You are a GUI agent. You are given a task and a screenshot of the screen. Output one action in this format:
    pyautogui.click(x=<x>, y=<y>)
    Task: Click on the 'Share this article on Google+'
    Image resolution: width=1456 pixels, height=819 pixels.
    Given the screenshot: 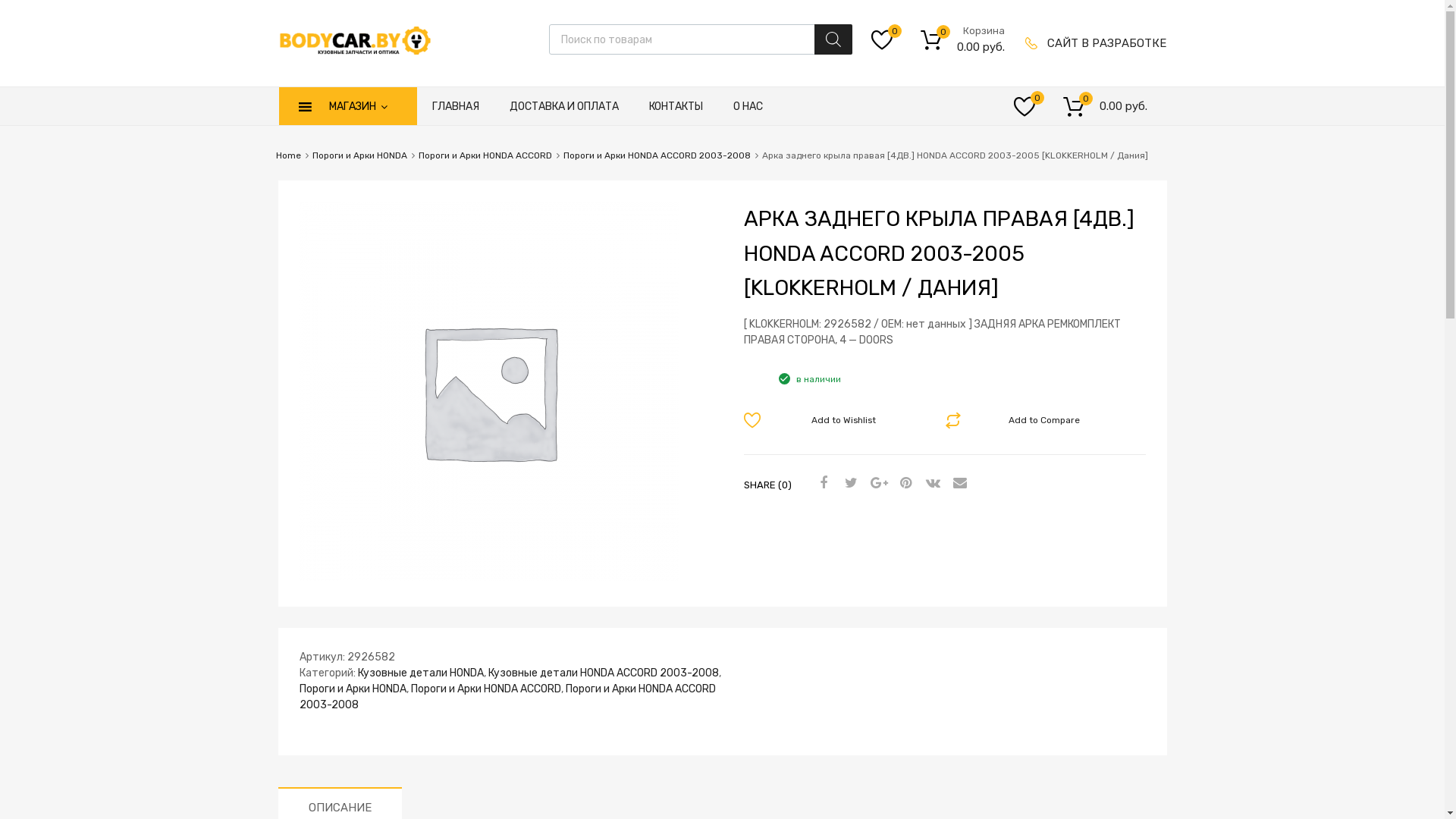 What is the action you would take?
    pyautogui.click(x=876, y=483)
    